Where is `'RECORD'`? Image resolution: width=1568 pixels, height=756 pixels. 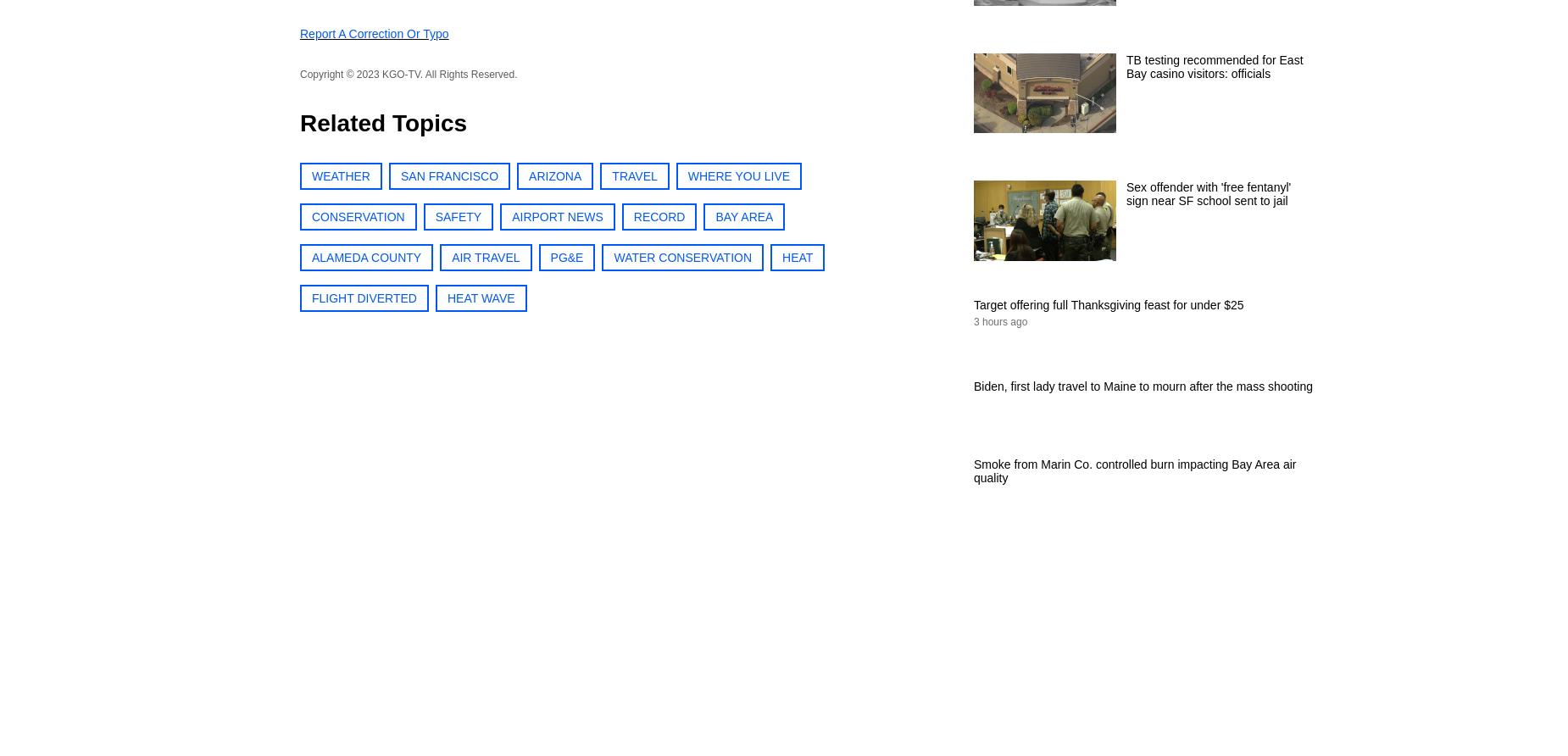
'RECORD' is located at coordinates (633, 217).